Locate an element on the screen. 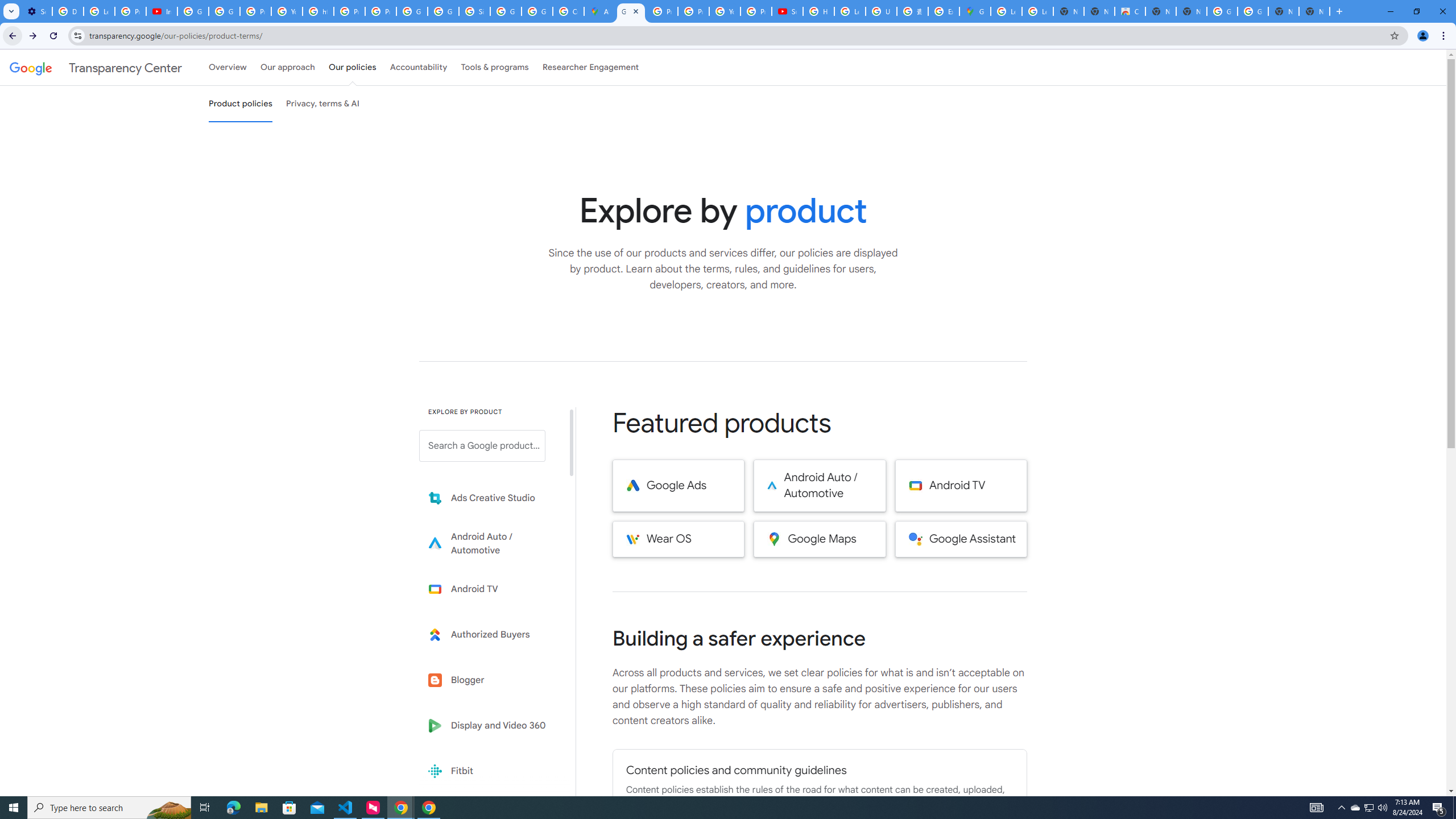 This screenshot has width=1456, height=819. 'Google Images' is located at coordinates (1222, 11).